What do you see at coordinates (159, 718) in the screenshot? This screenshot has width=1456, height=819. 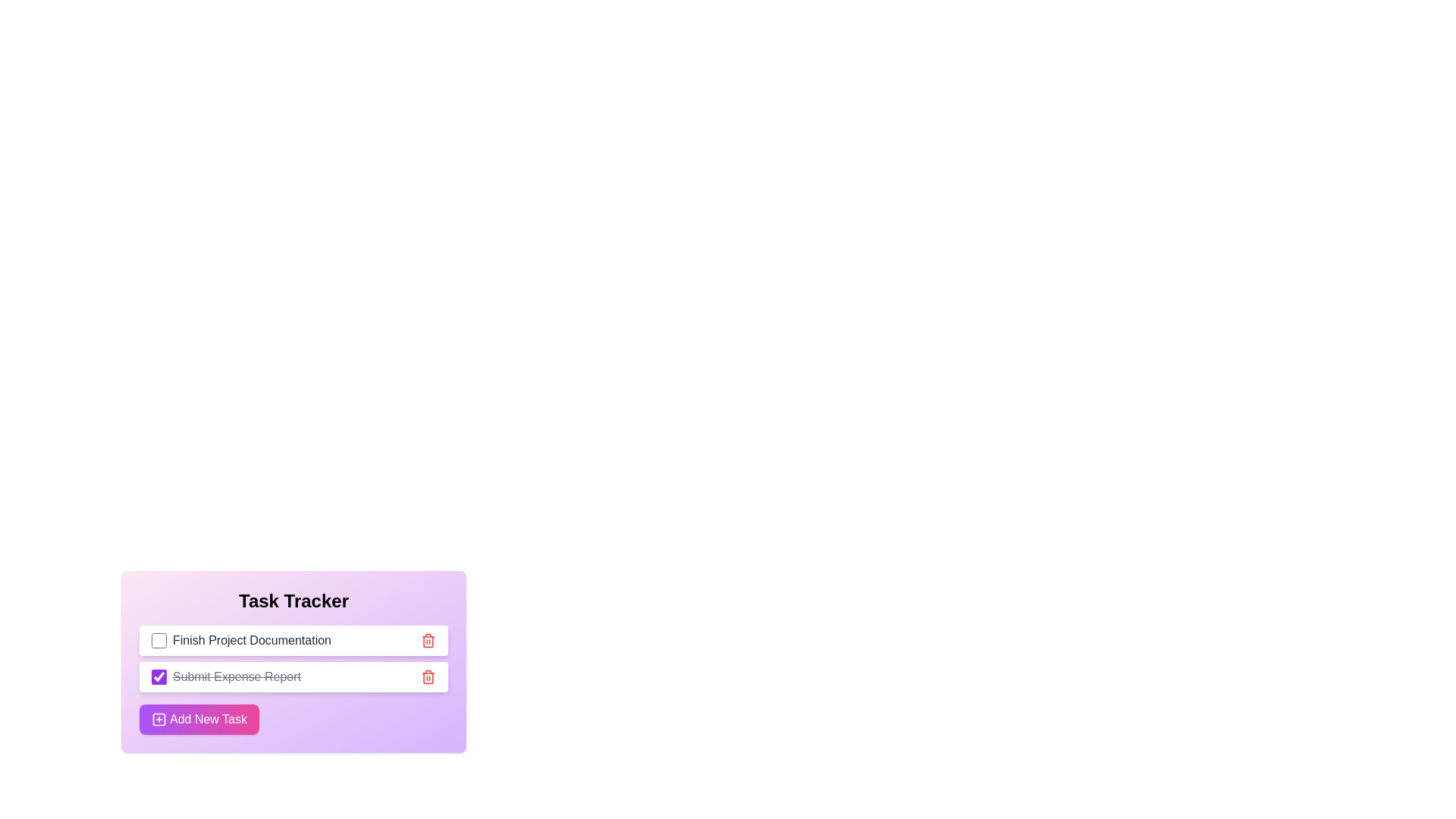 I see `the icon that visually indicates the action of adding a new task, which is located on the left side of the 'Add New Task' button in the bottom section of the layout` at bounding box center [159, 718].